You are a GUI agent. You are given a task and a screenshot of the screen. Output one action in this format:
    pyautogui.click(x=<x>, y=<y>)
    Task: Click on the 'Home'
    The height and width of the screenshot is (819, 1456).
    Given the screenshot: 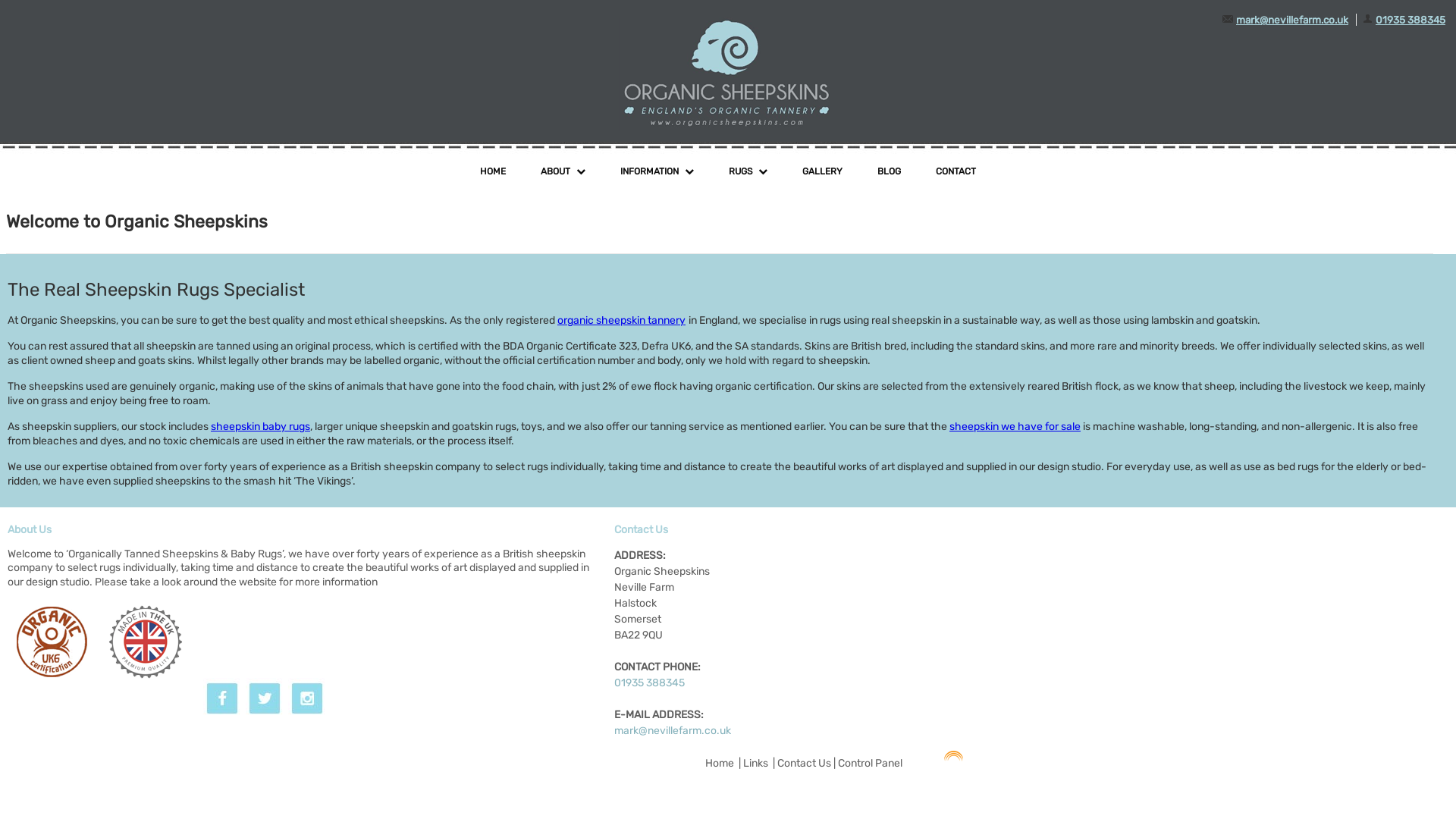 What is the action you would take?
    pyautogui.click(x=719, y=763)
    